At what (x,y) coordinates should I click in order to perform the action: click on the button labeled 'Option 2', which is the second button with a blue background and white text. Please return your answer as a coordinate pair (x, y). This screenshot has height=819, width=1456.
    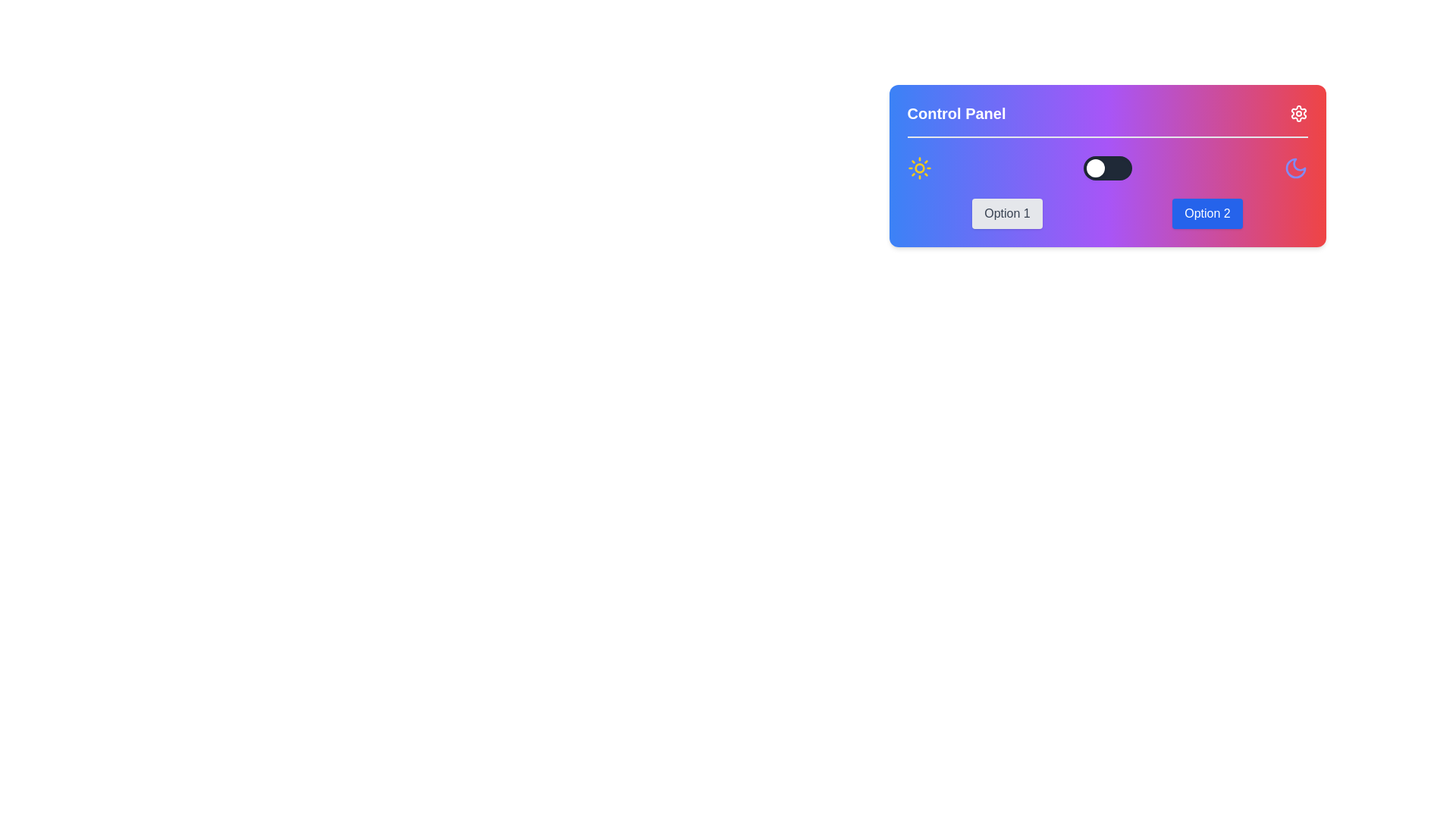
    Looking at the image, I should click on (1207, 213).